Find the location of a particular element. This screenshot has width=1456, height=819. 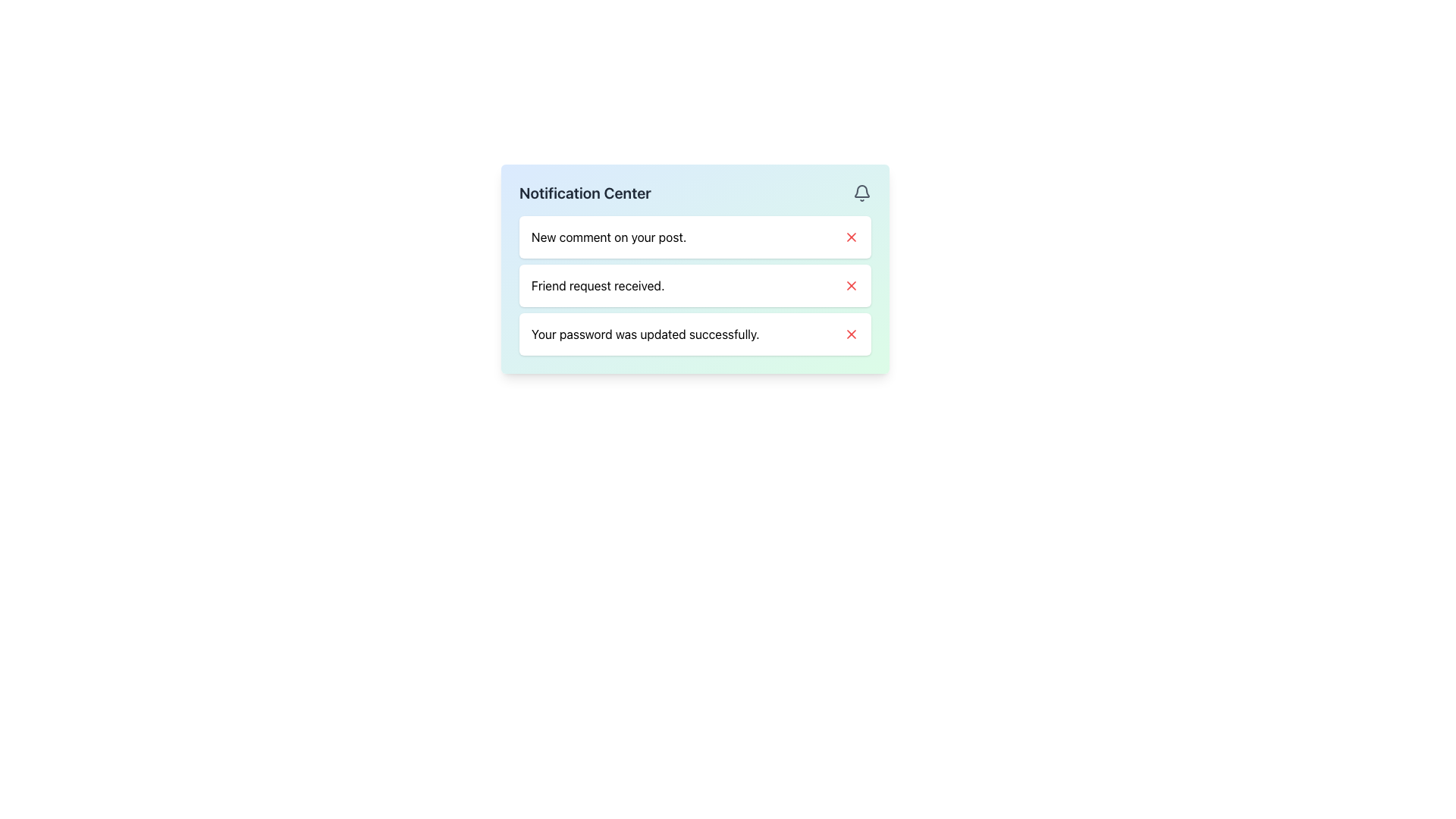

notification text displaying a received friend request, which is centered within the notification card located in the second position of the vertical list is located at coordinates (597, 286).